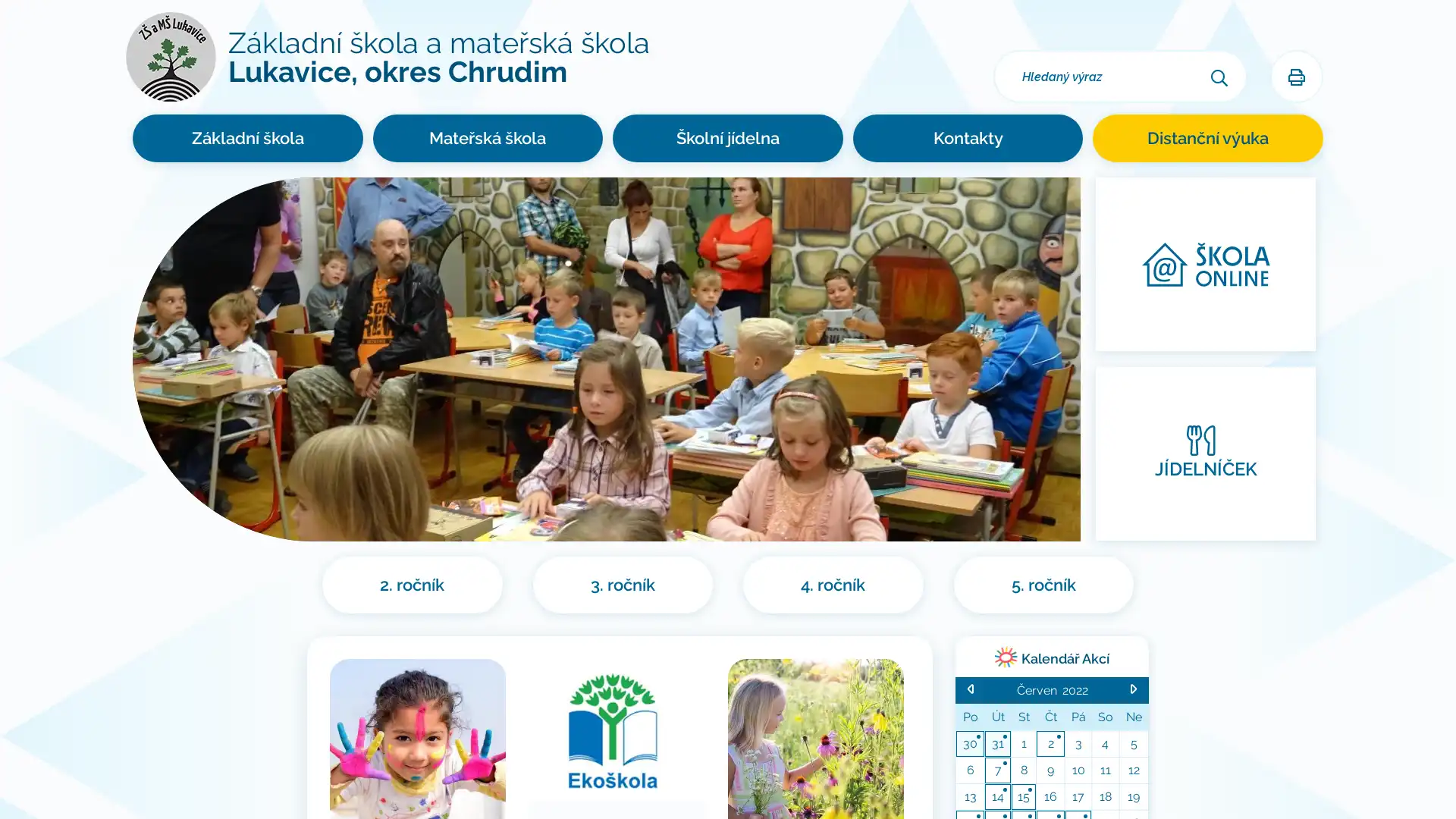 The image size is (1456, 819). Describe the element at coordinates (1219, 76) in the screenshot. I see `Hledat` at that location.